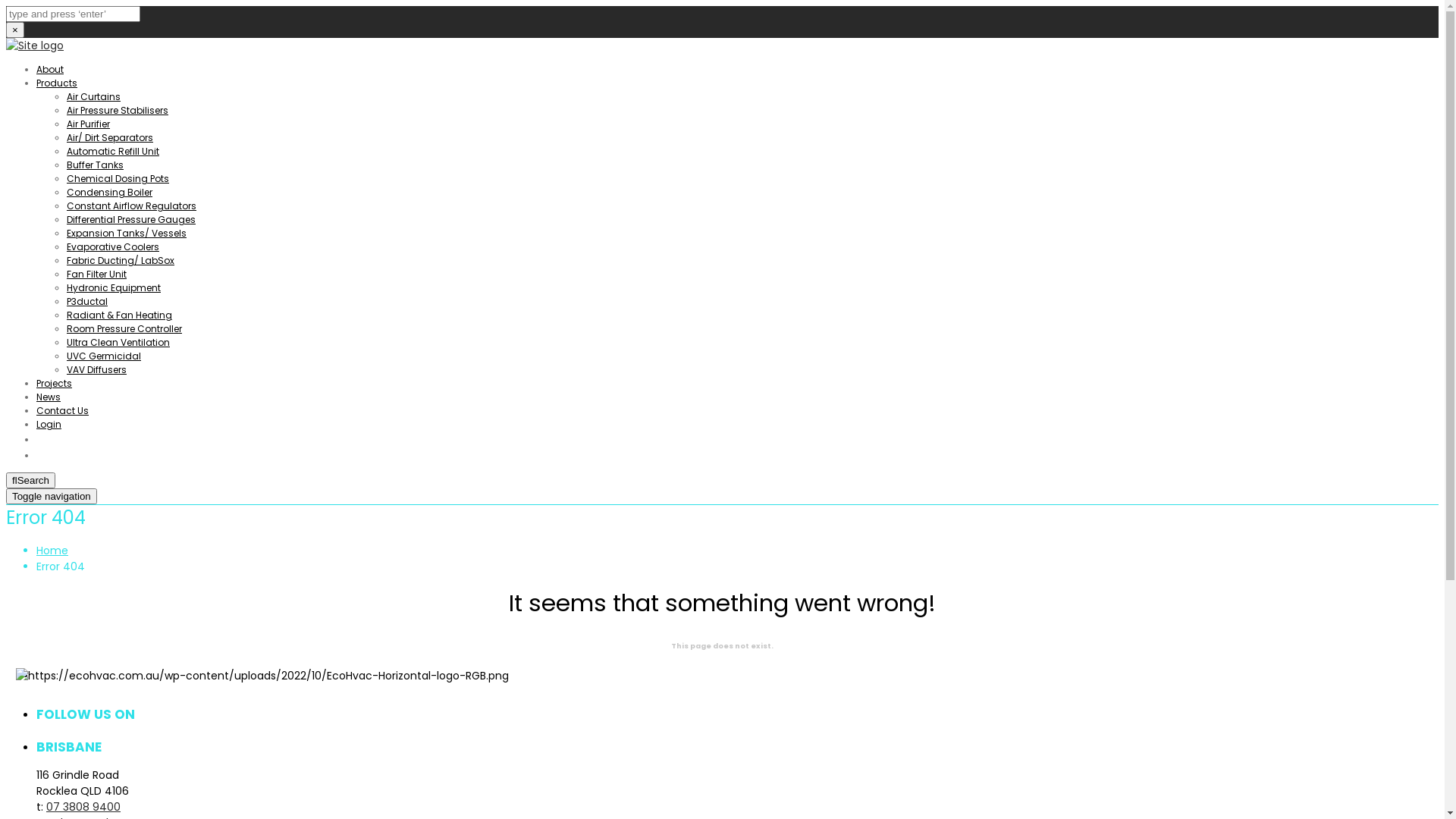  I want to click on 'Constant Airflow Regulators', so click(65, 206).